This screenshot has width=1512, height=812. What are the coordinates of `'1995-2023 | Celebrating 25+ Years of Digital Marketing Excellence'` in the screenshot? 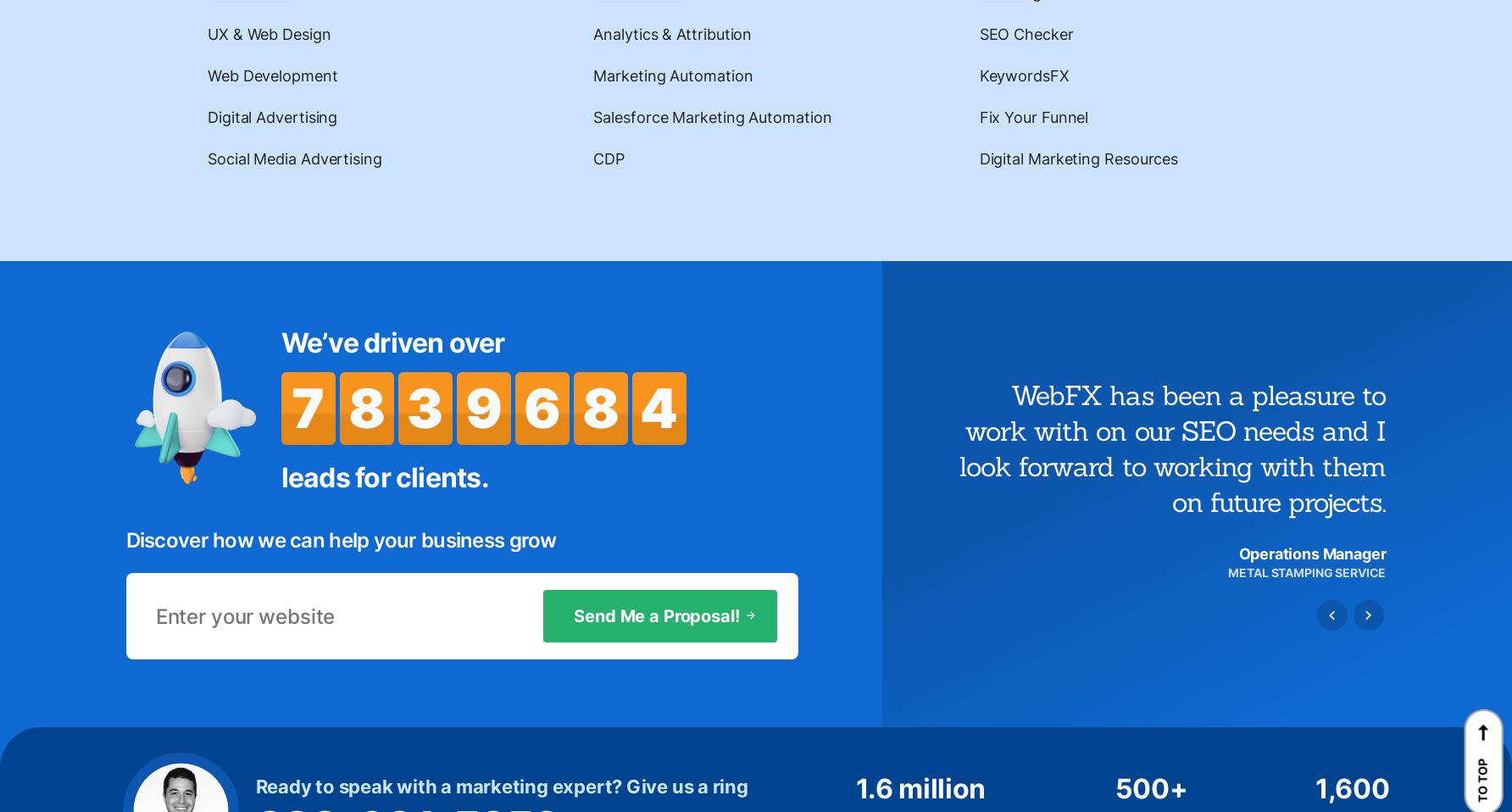 It's located at (351, 750).